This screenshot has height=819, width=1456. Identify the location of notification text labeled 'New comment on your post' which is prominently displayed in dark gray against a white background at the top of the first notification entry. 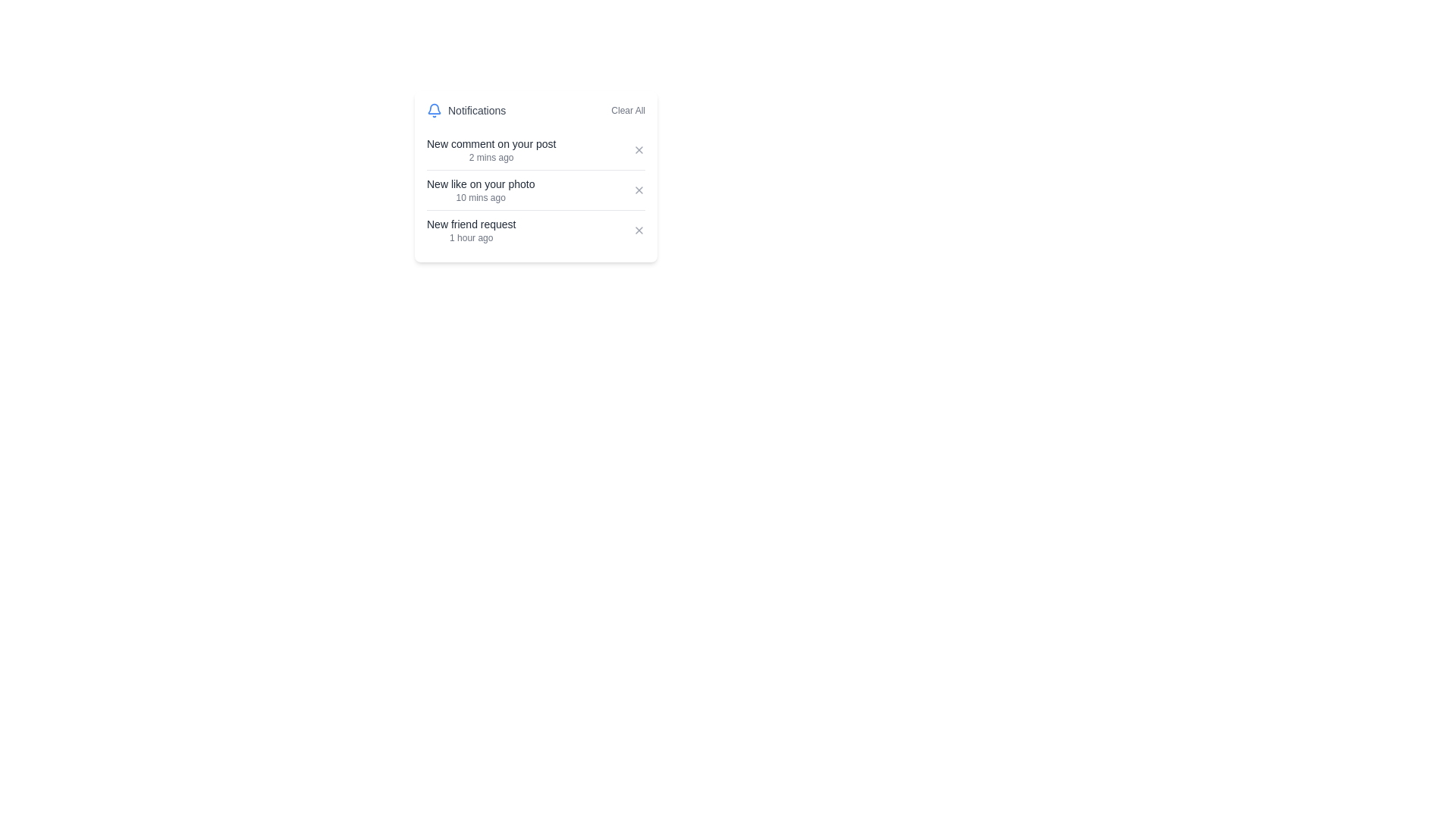
(491, 143).